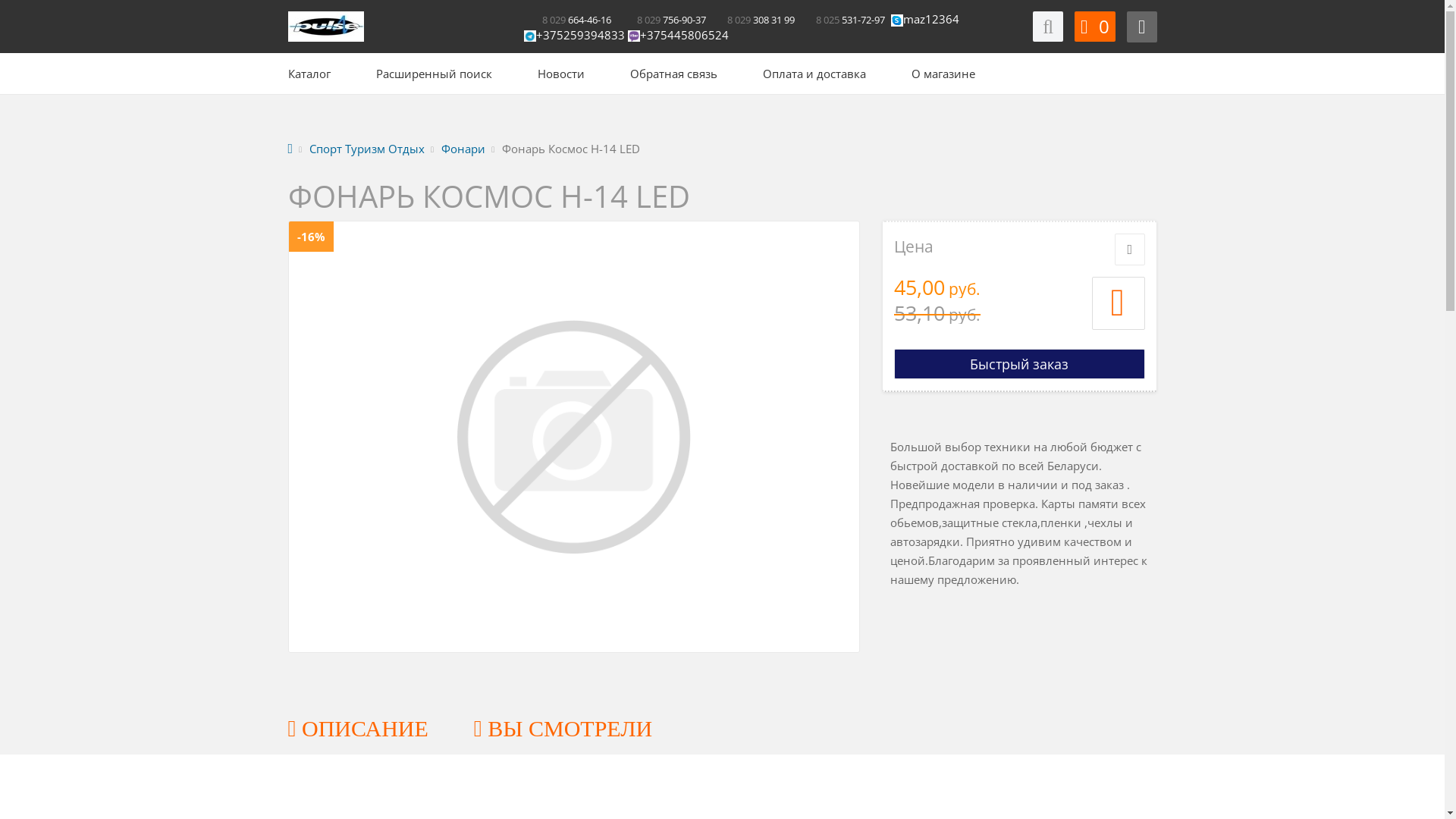 The image size is (1456, 819). What do you see at coordinates (662, 18) in the screenshot?
I see `'8 029 756-90-37'` at bounding box center [662, 18].